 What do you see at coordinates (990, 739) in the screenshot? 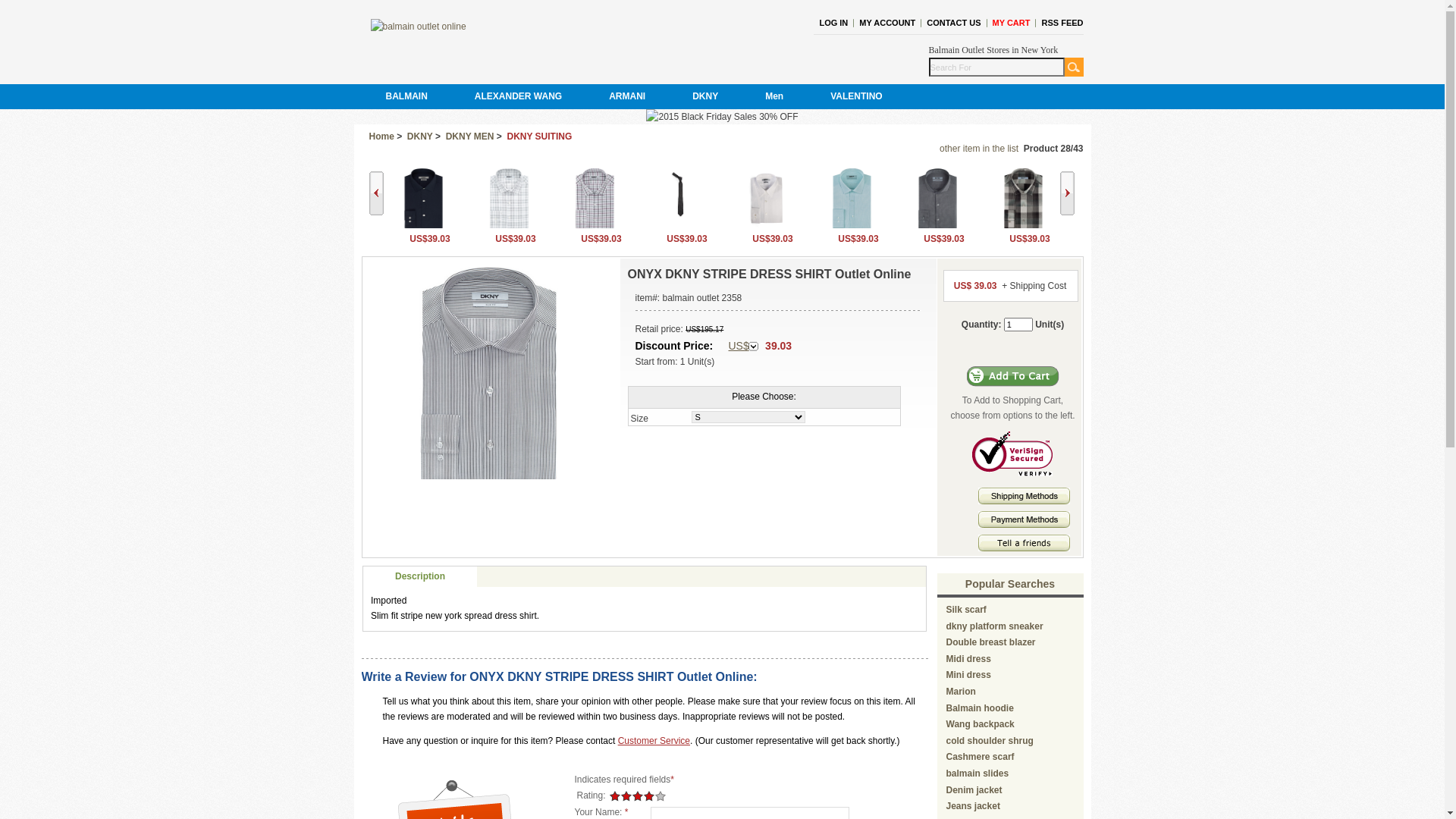
I see `'cold shoulder shrug'` at bounding box center [990, 739].